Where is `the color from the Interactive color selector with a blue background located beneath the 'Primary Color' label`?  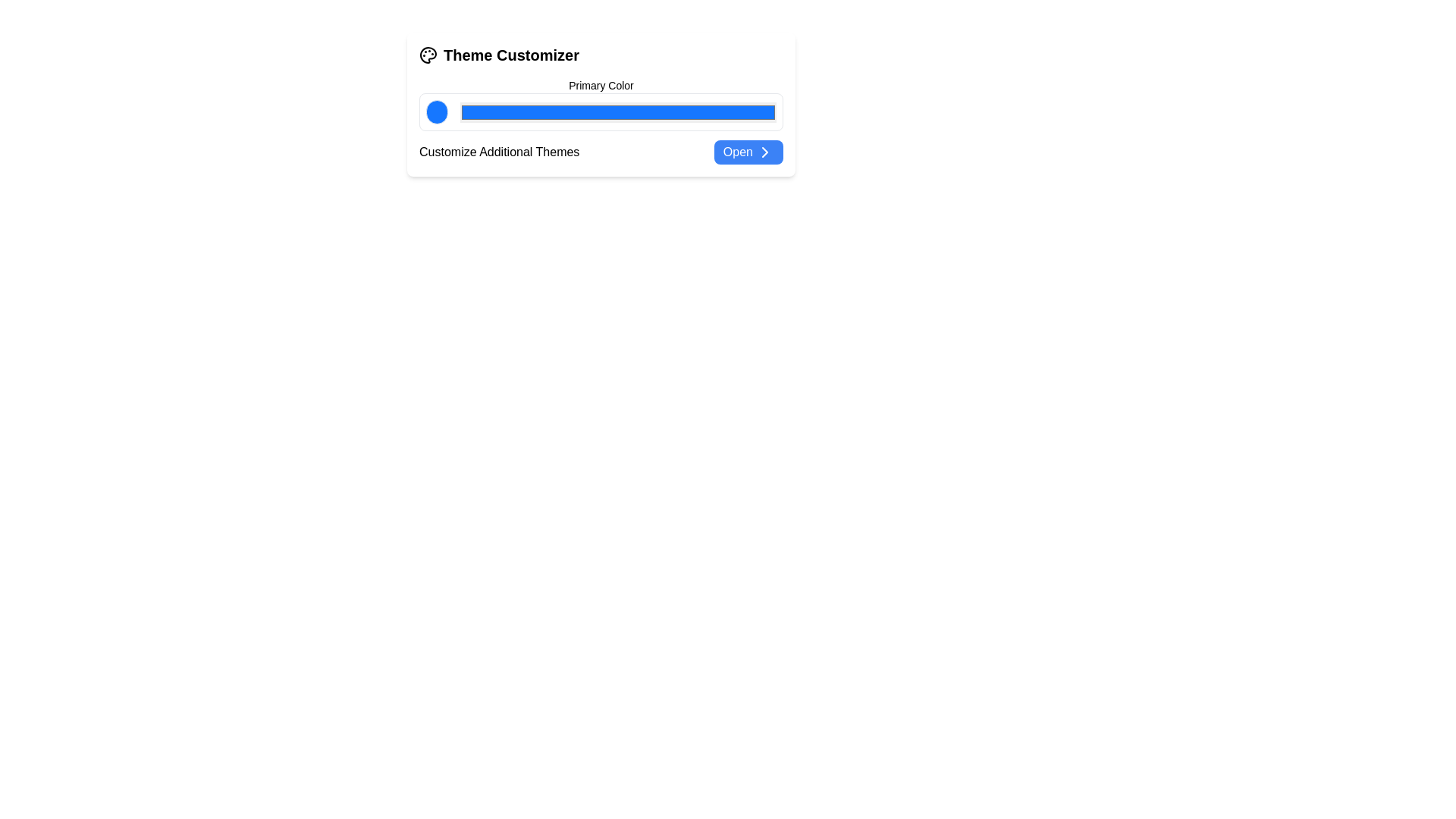
the color from the Interactive color selector with a blue background located beneath the 'Primary Color' label is located at coordinates (600, 104).